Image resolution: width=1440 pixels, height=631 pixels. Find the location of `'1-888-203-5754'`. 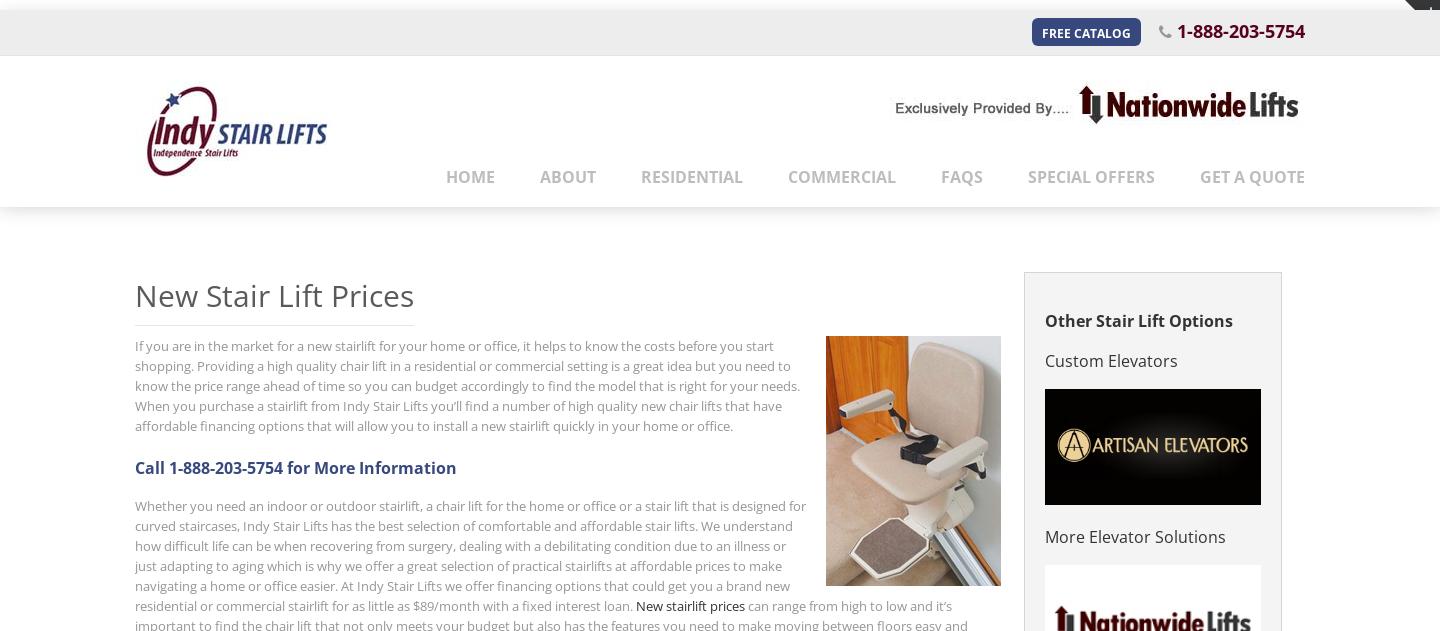

'1-888-203-5754' is located at coordinates (1237, 29).